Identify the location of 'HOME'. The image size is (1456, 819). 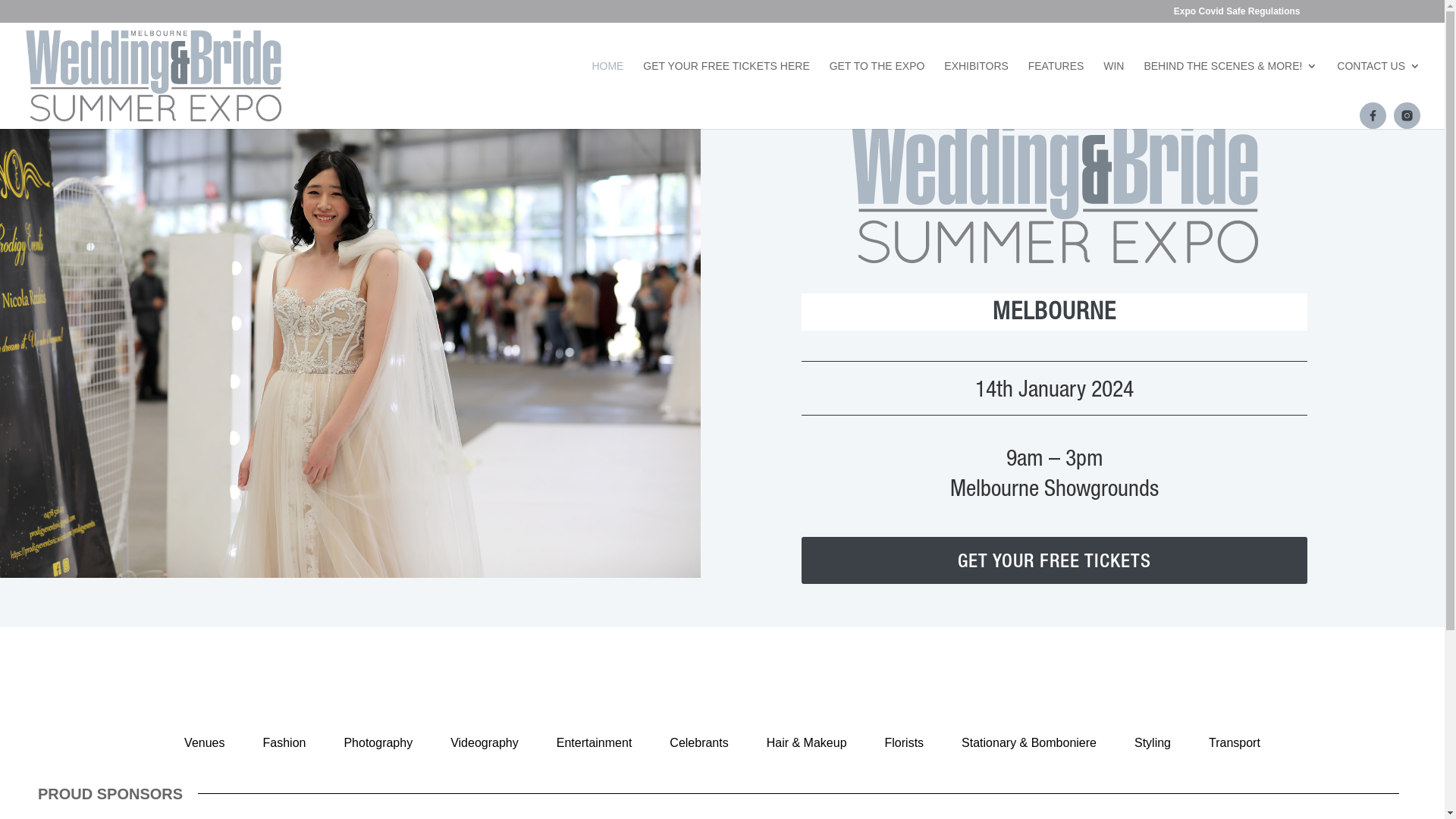
(590, 84).